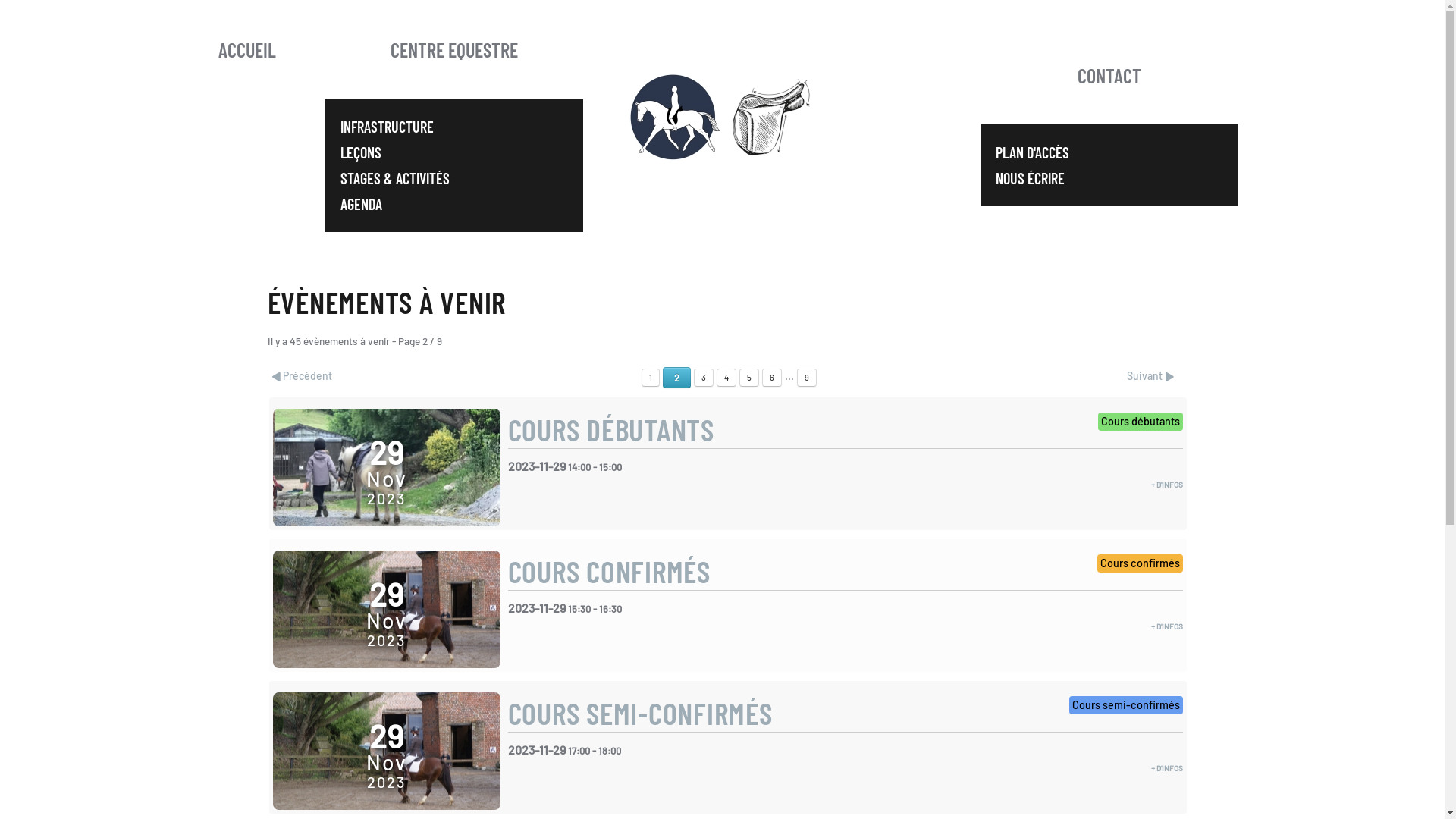 This screenshot has height=819, width=1456. I want to click on '6', so click(771, 376).